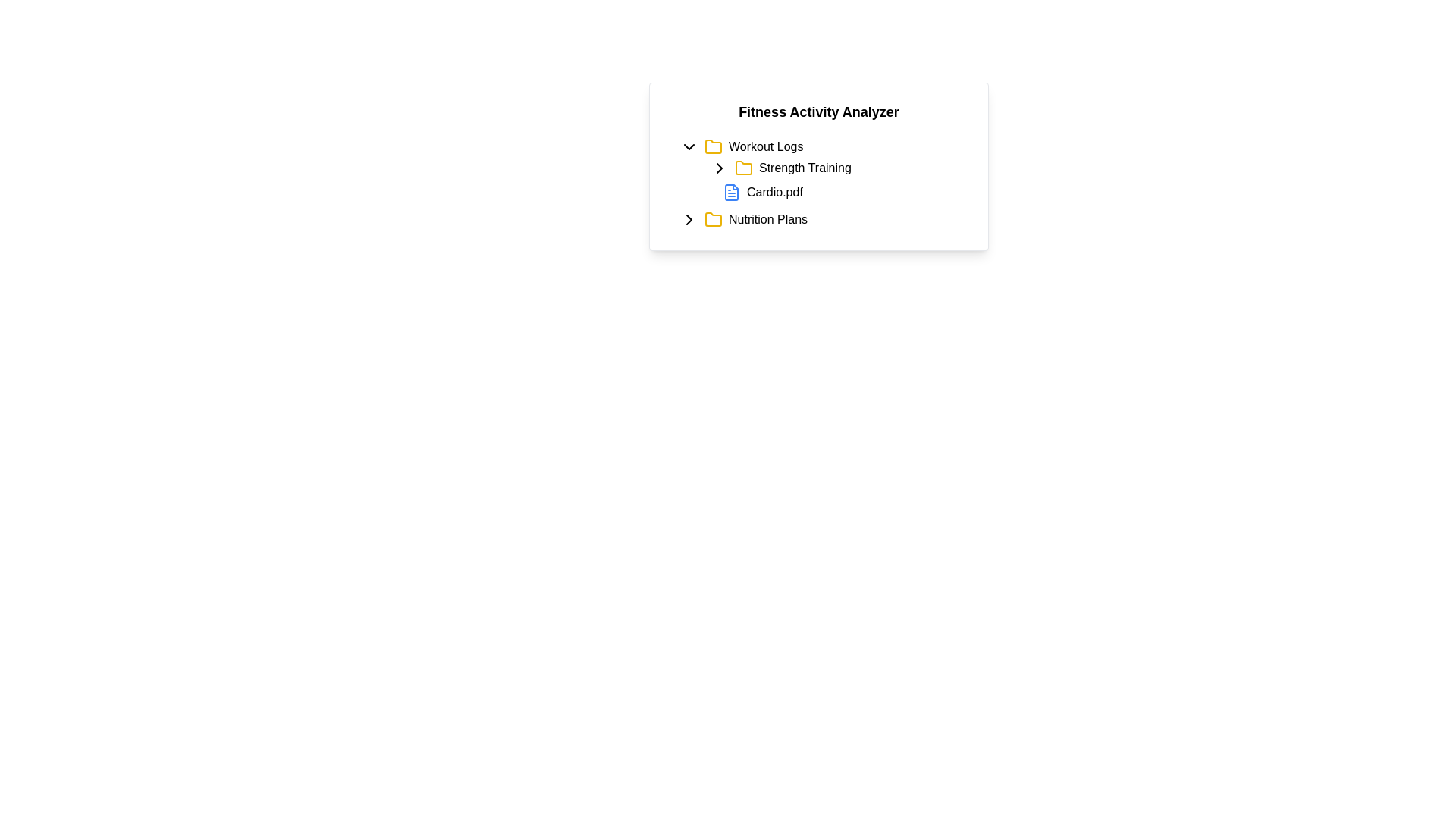 The width and height of the screenshot is (1456, 819). What do you see at coordinates (766, 146) in the screenshot?
I see `the Text Label representing a clickable folder or category name under the header 'Fitness Activity Analyzer', located at the upper-left section of a grouped list` at bounding box center [766, 146].